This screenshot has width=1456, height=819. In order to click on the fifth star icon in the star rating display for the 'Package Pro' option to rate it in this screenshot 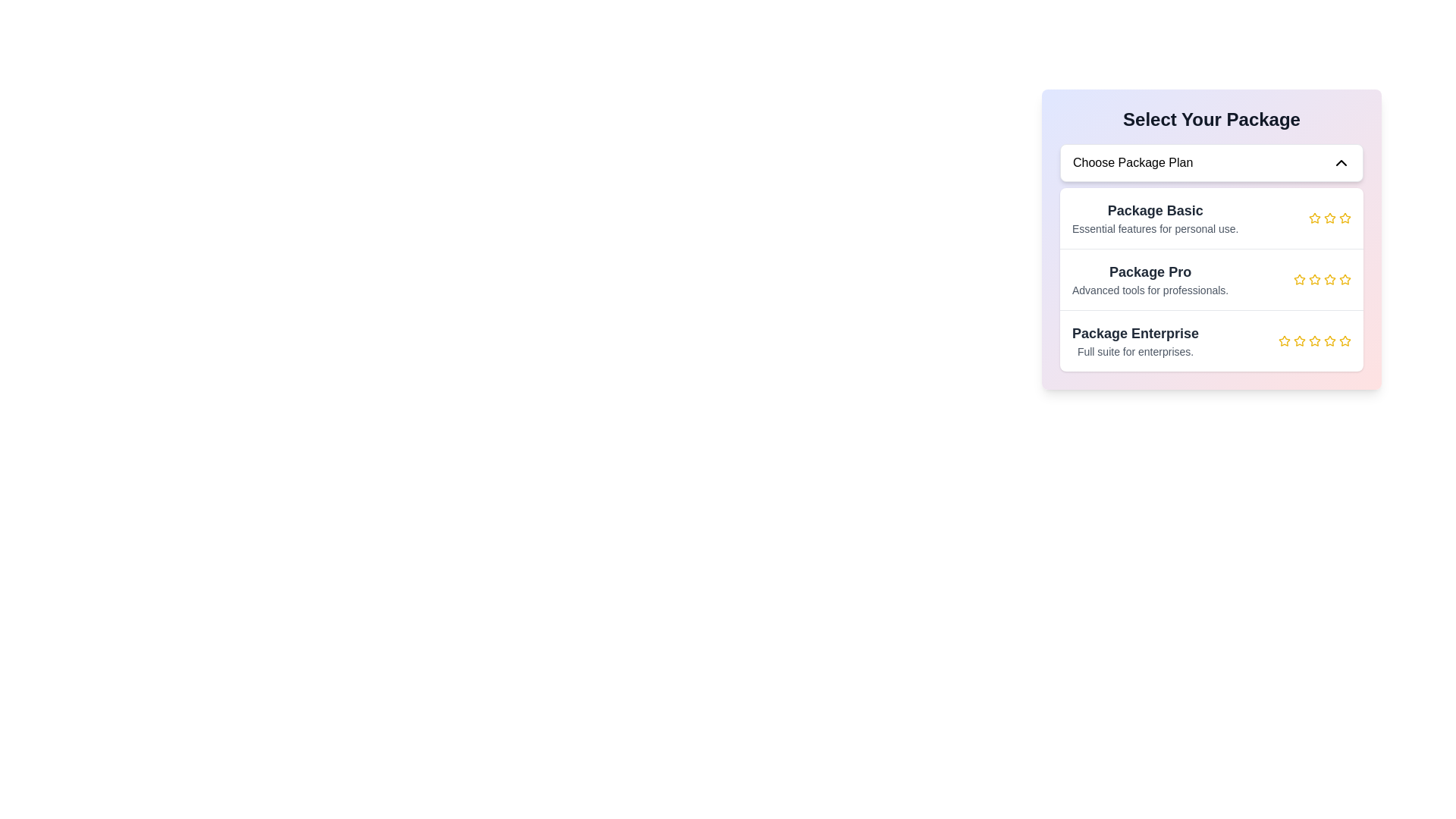, I will do `click(1345, 280)`.